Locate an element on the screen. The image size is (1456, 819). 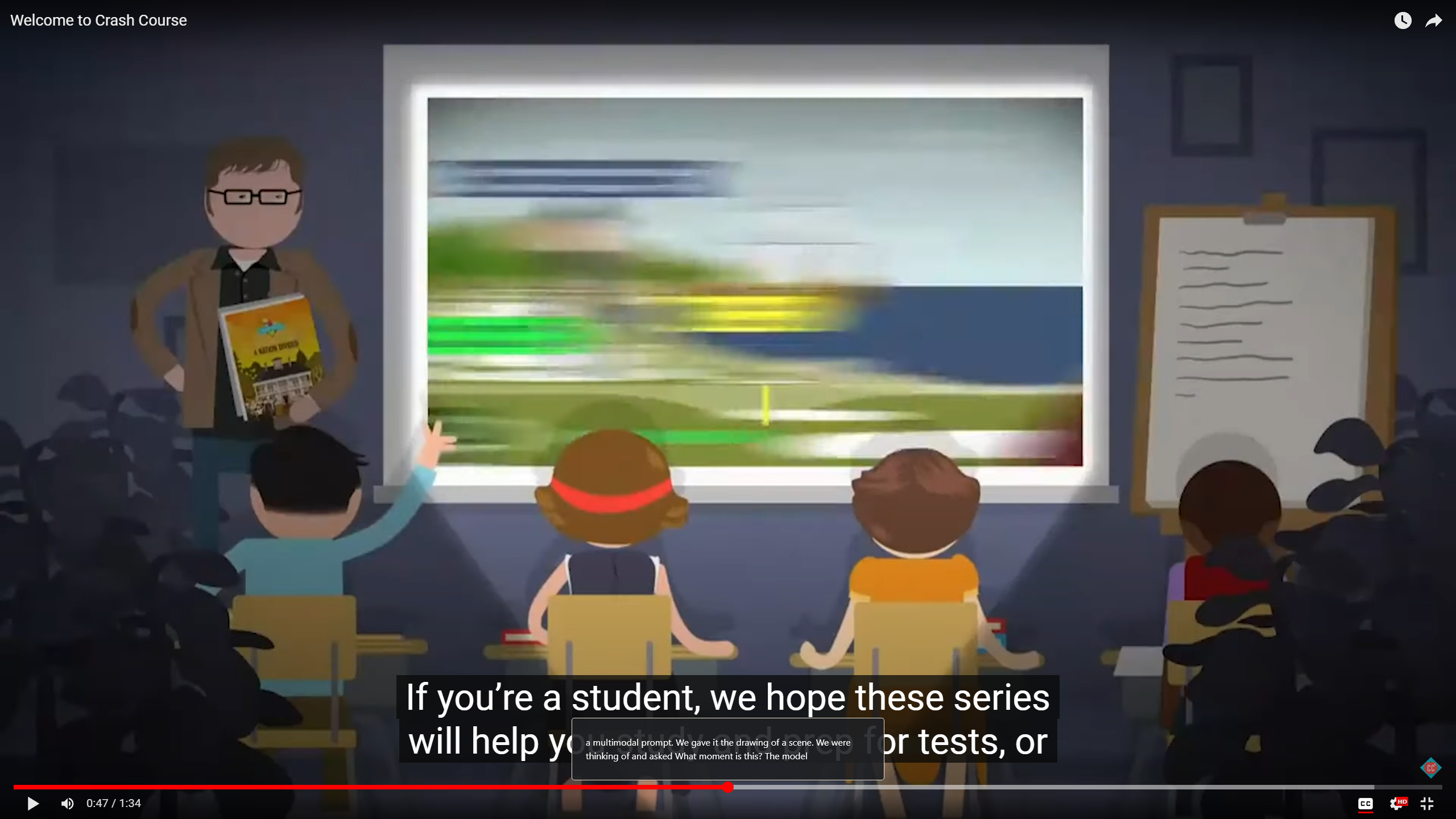
'Mute (m)' is located at coordinates (67, 803).